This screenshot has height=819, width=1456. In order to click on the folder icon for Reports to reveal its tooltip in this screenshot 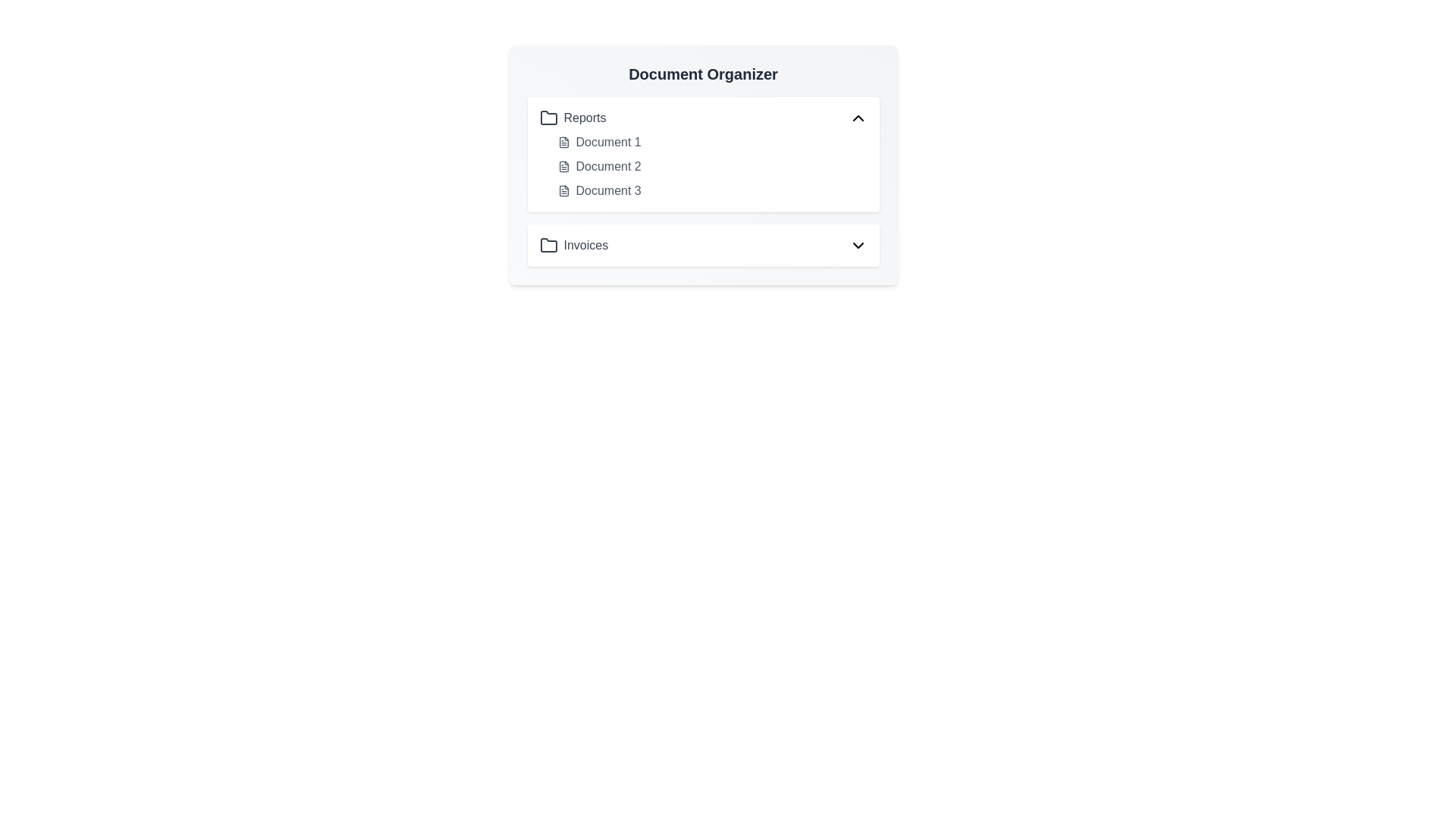, I will do `click(548, 117)`.